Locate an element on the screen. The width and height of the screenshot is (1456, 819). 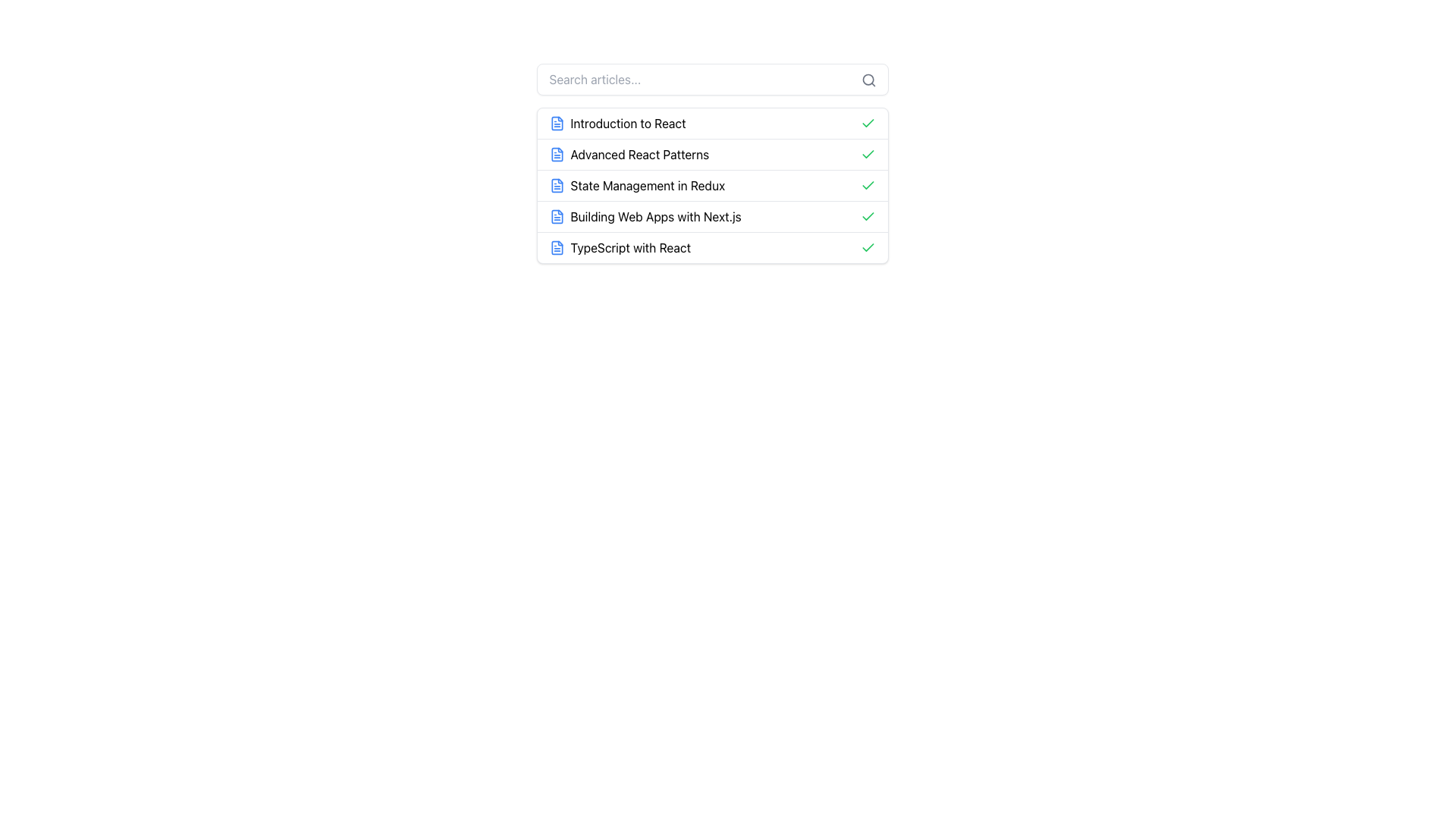
the document icon, which is styled in blue and located next to the label 'State Management in Redux' is located at coordinates (556, 185).